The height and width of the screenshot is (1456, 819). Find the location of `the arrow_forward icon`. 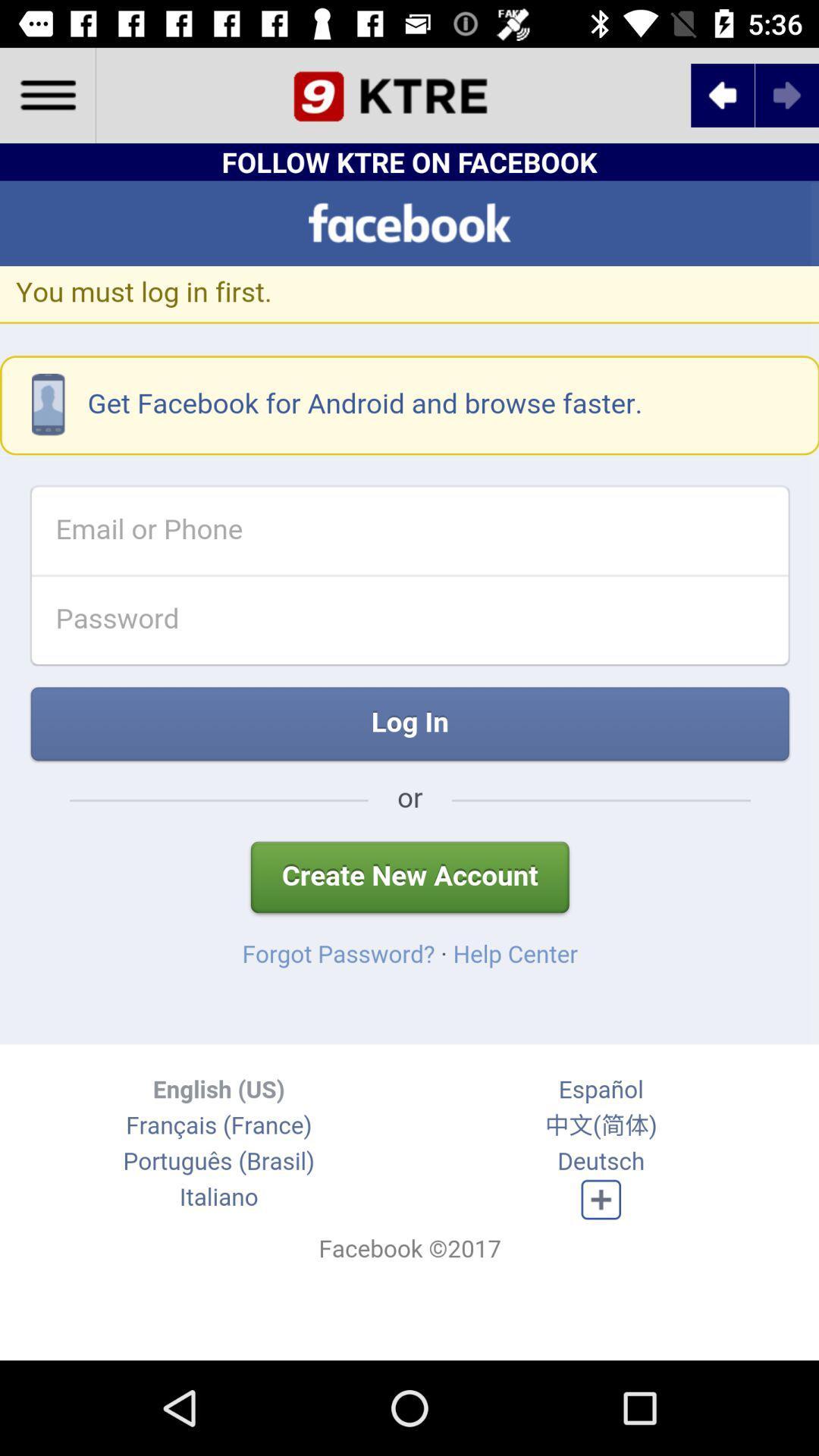

the arrow_forward icon is located at coordinates (786, 94).